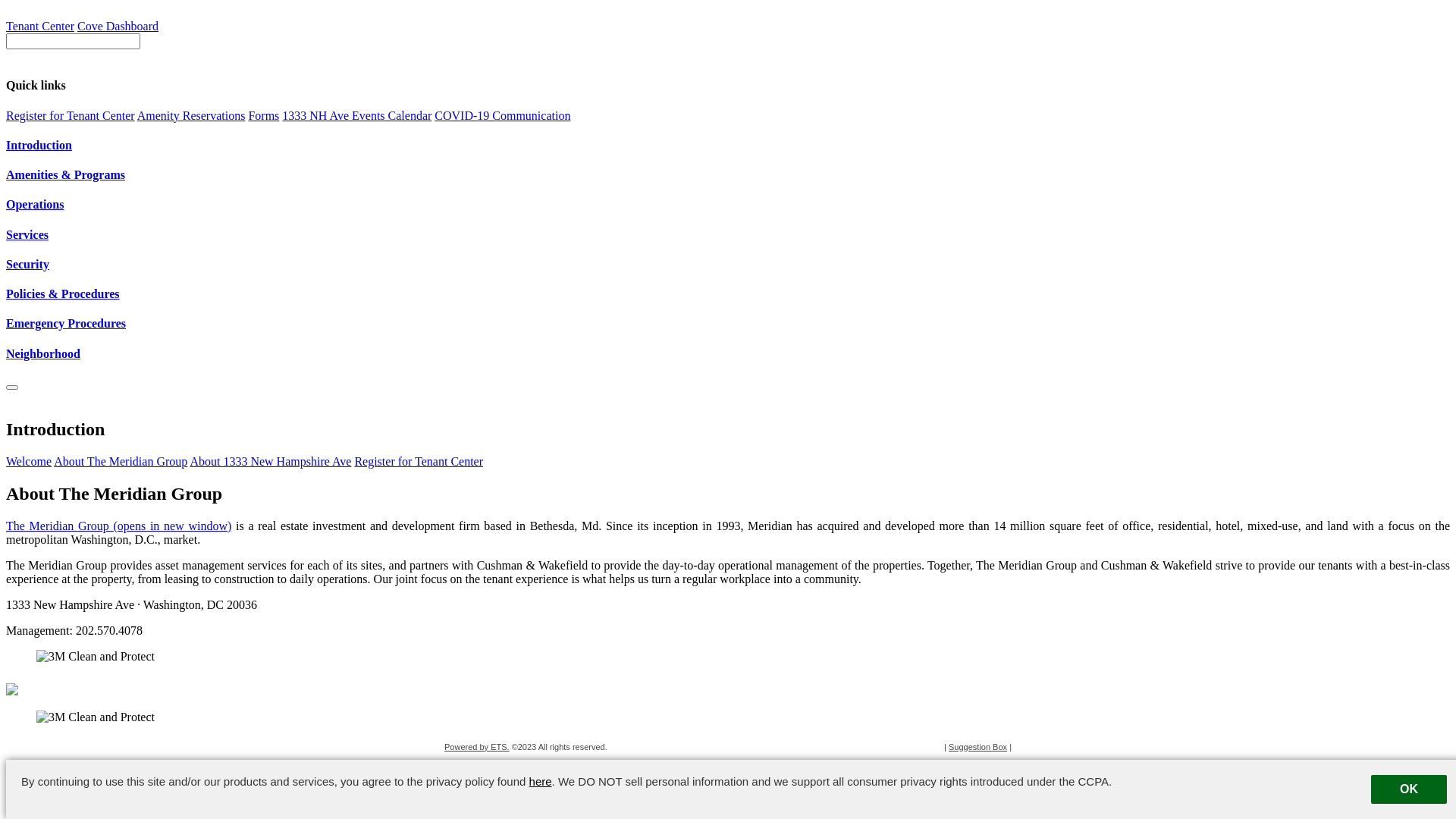  I want to click on 'Neighborhood', so click(728, 353).